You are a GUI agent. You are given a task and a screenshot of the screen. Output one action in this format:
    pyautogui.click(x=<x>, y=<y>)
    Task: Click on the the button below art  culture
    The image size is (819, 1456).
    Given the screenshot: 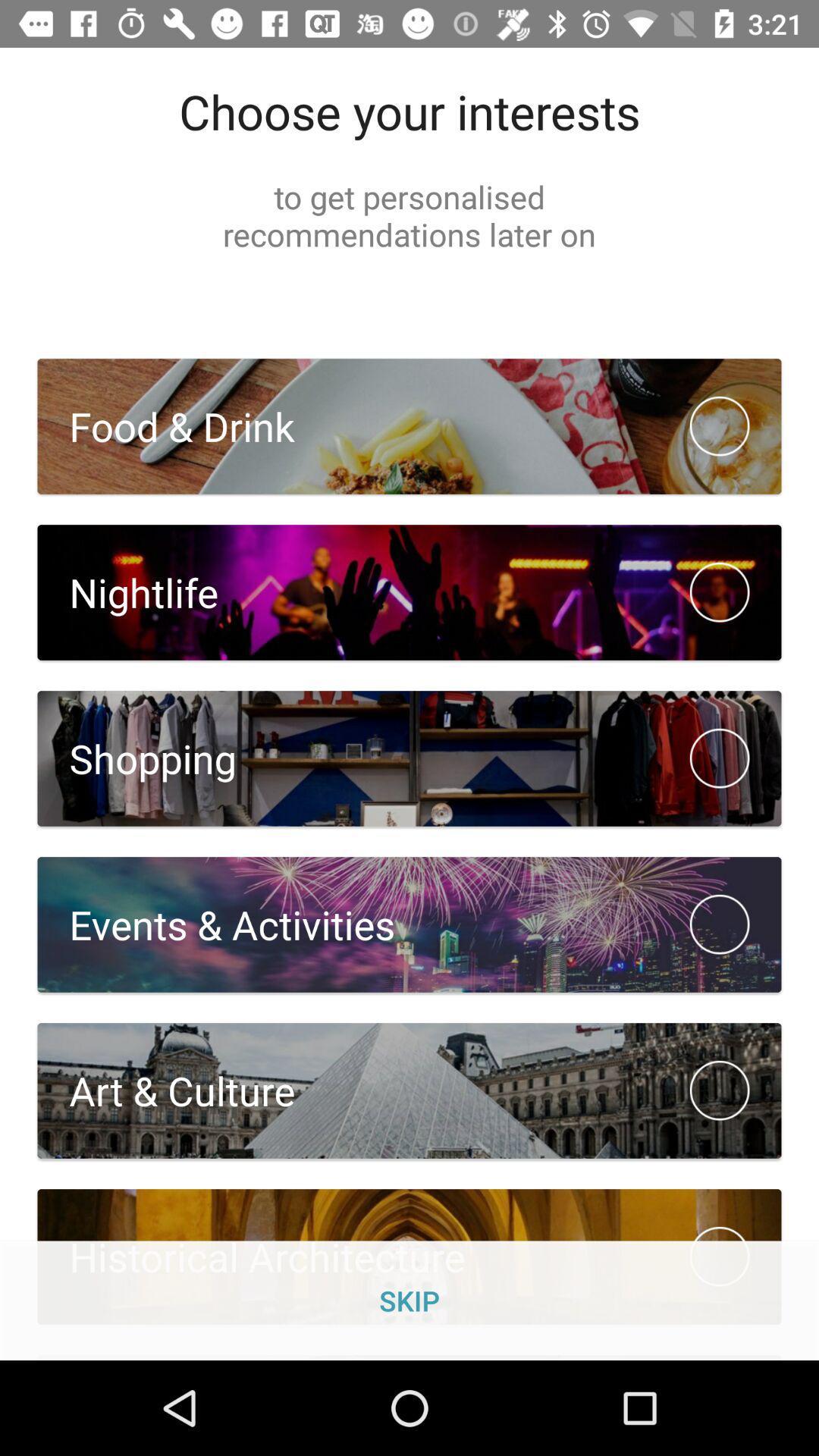 What is the action you would take?
    pyautogui.click(x=409, y=1257)
    